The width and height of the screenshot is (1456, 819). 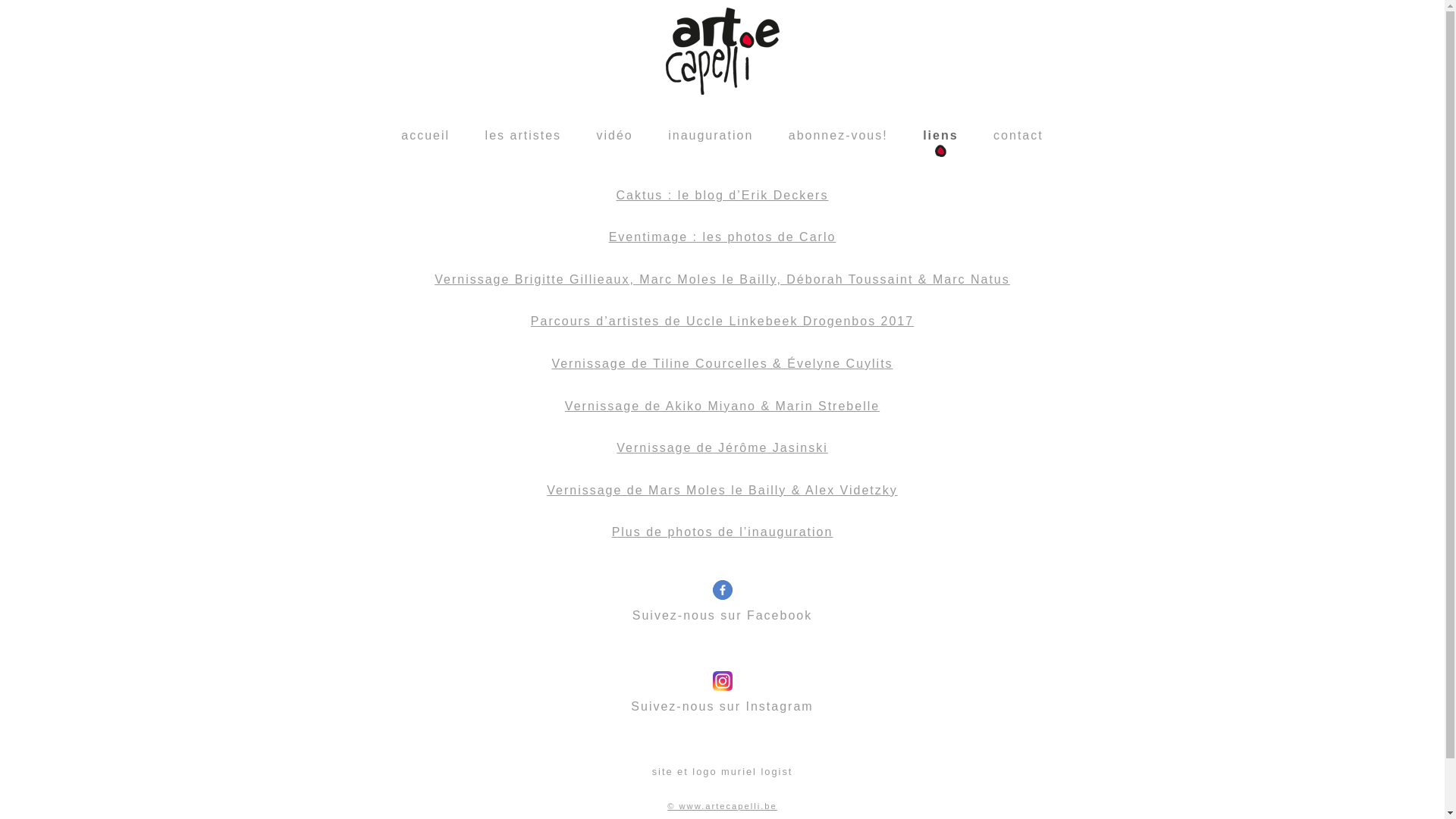 I want to click on 'Eventimage : les photos de Carlo', so click(x=722, y=237).